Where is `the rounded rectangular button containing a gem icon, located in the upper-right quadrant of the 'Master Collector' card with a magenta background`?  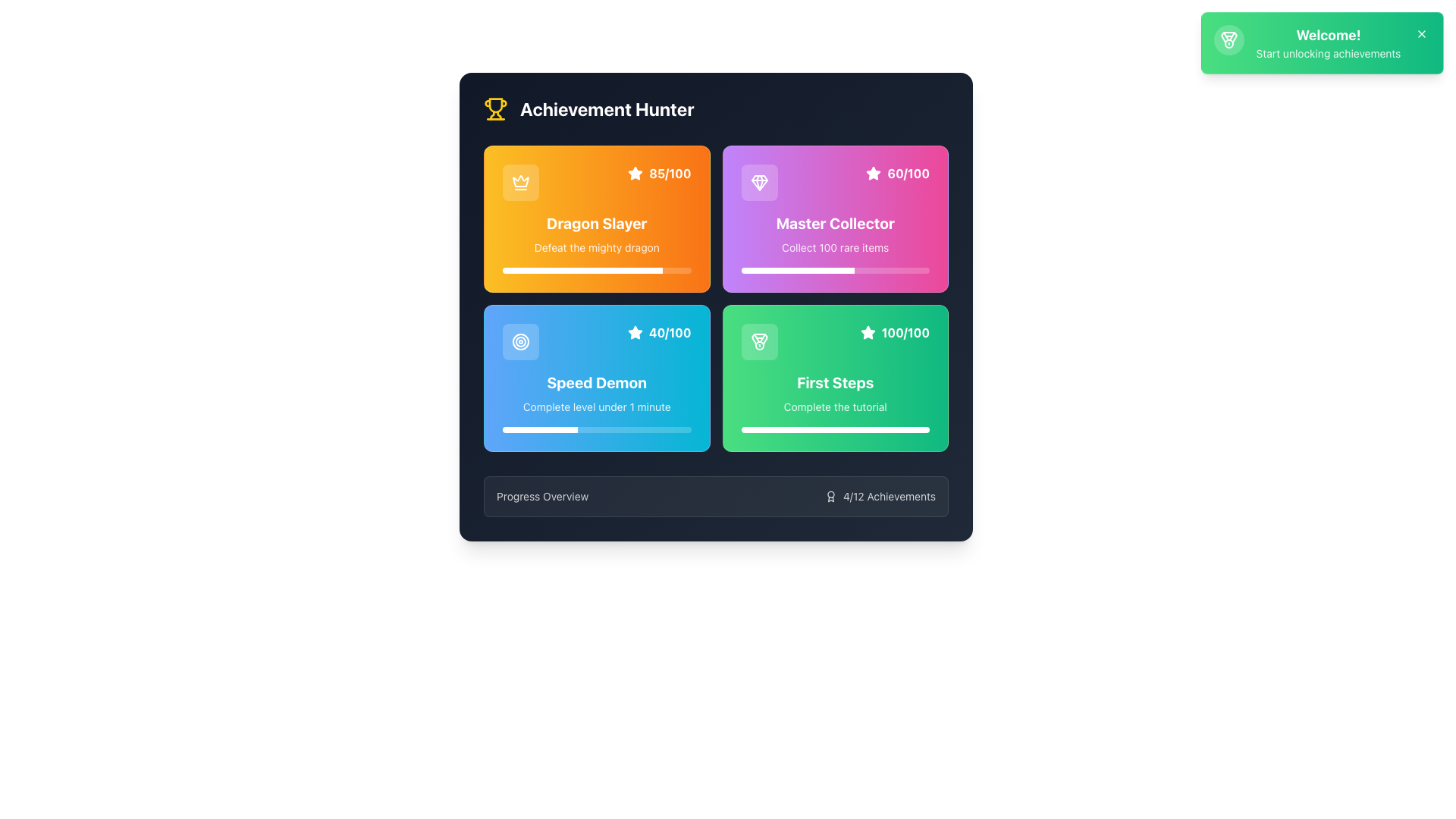
the rounded rectangular button containing a gem icon, located in the upper-right quadrant of the 'Master Collector' card with a magenta background is located at coordinates (759, 181).